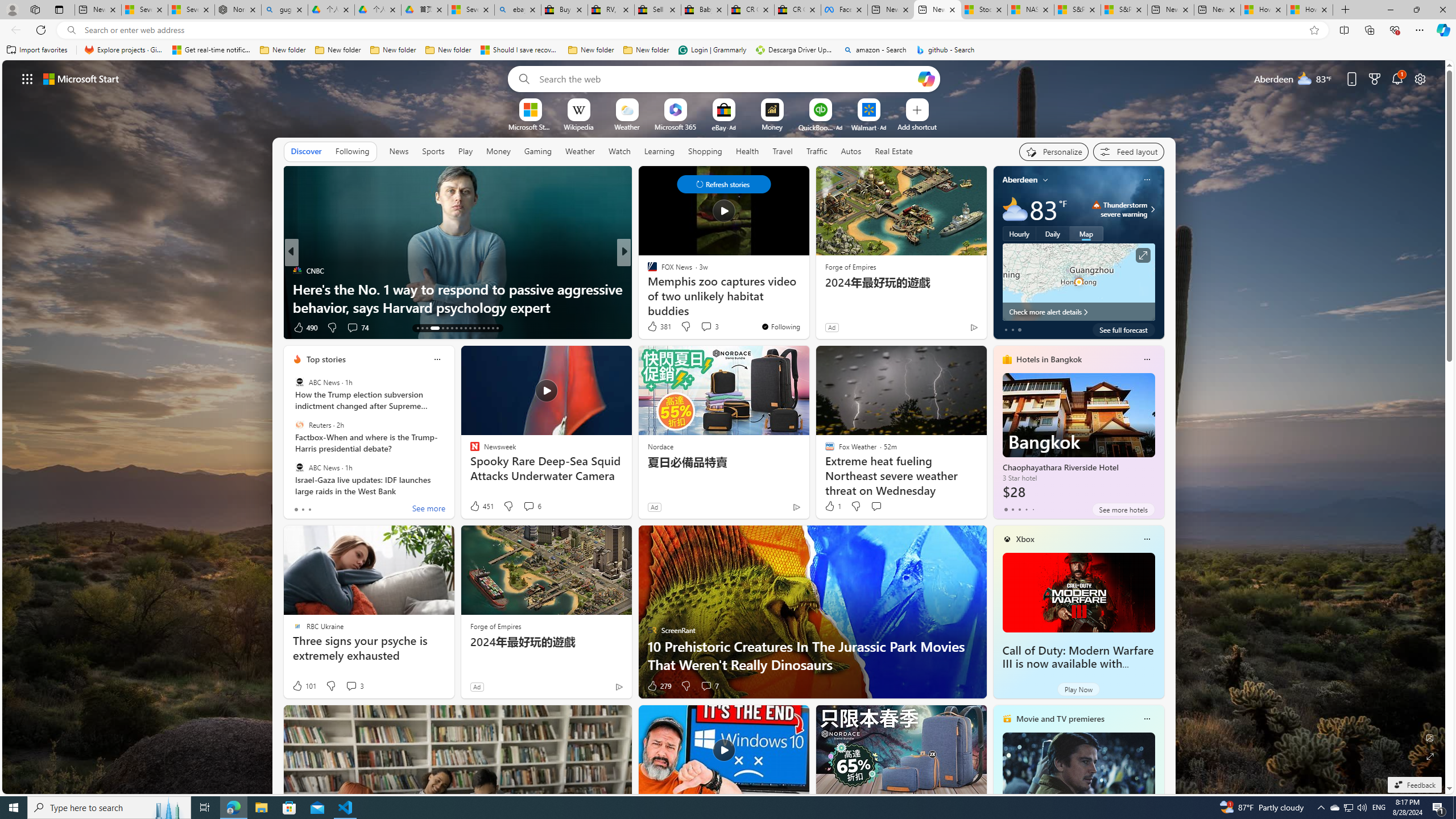  I want to click on 'View comments 6 Comment', so click(531, 505).